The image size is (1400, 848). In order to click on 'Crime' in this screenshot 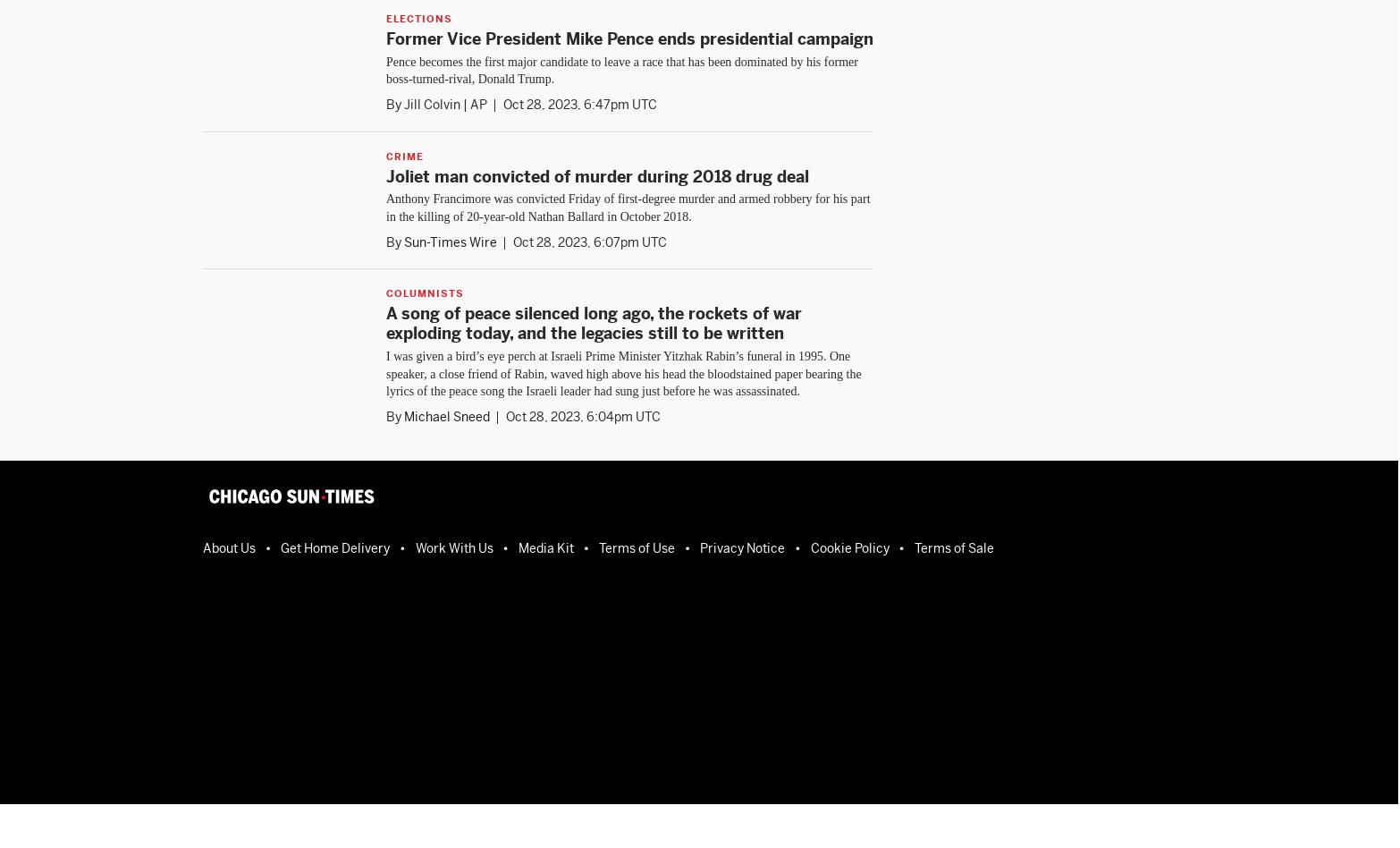, I will do `click(404, 154)`.